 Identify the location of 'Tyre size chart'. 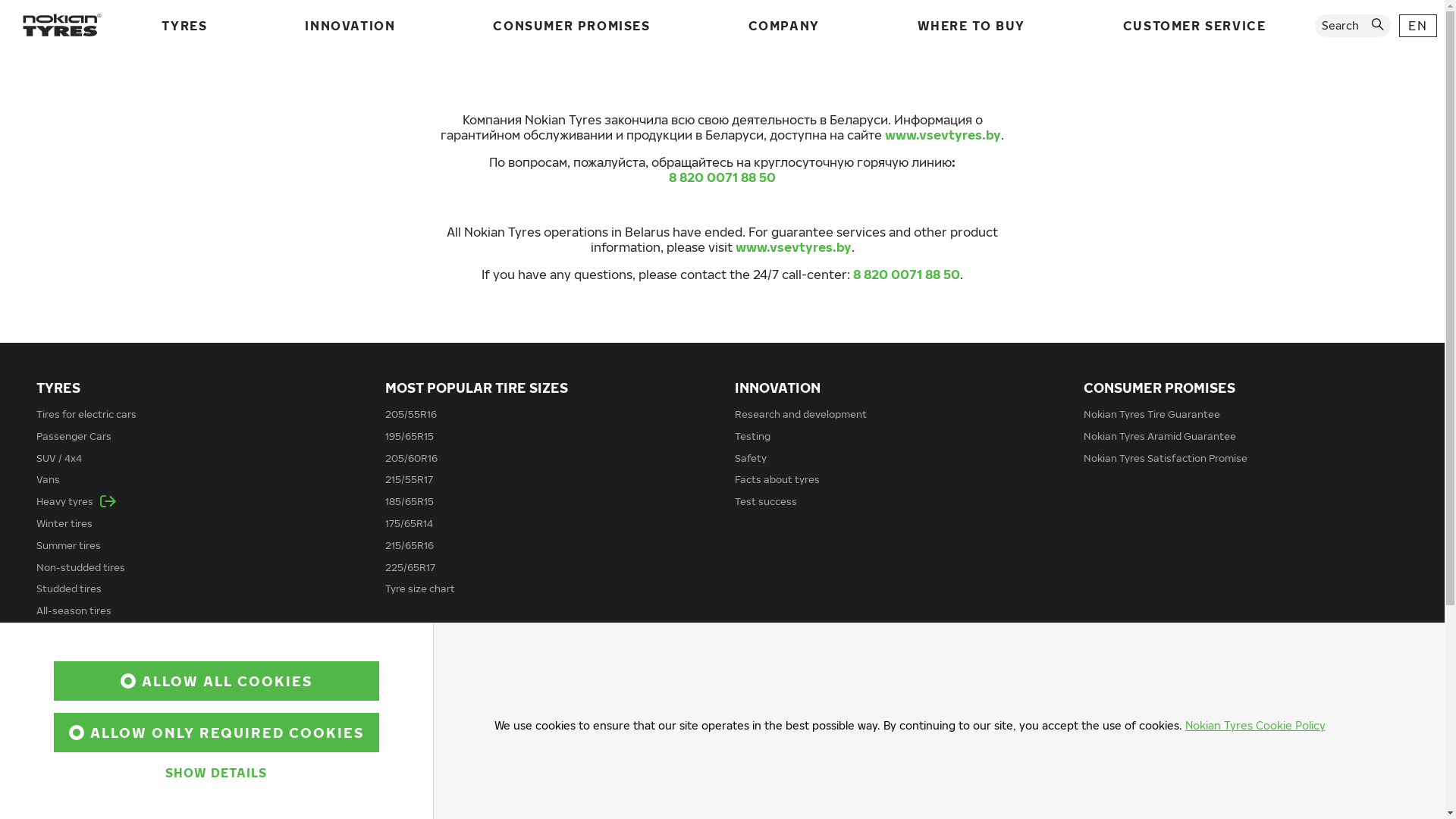
(419, 587).